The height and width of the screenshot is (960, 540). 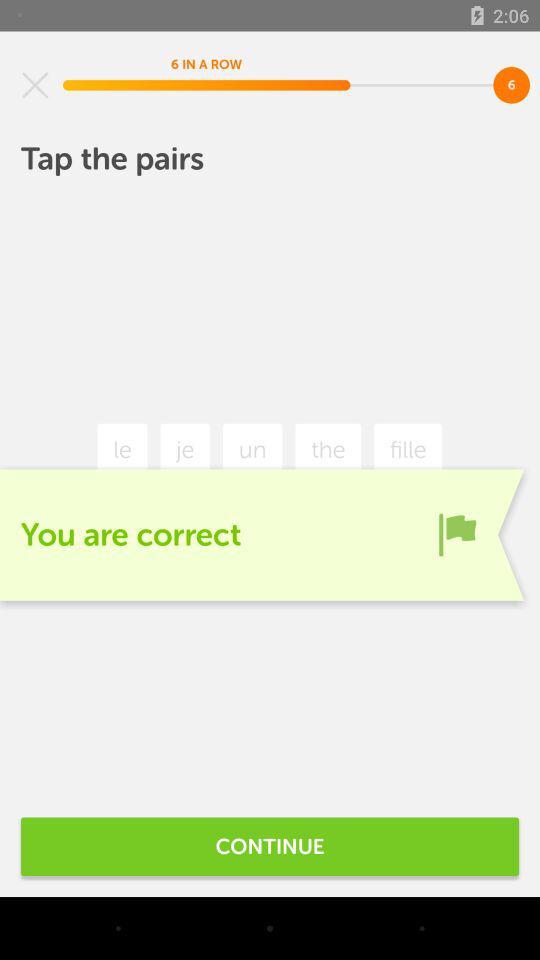 What do you see at coordinates (457, 533) in the screenshot?
I see `icon next to a` at bounding box center [457, 533].